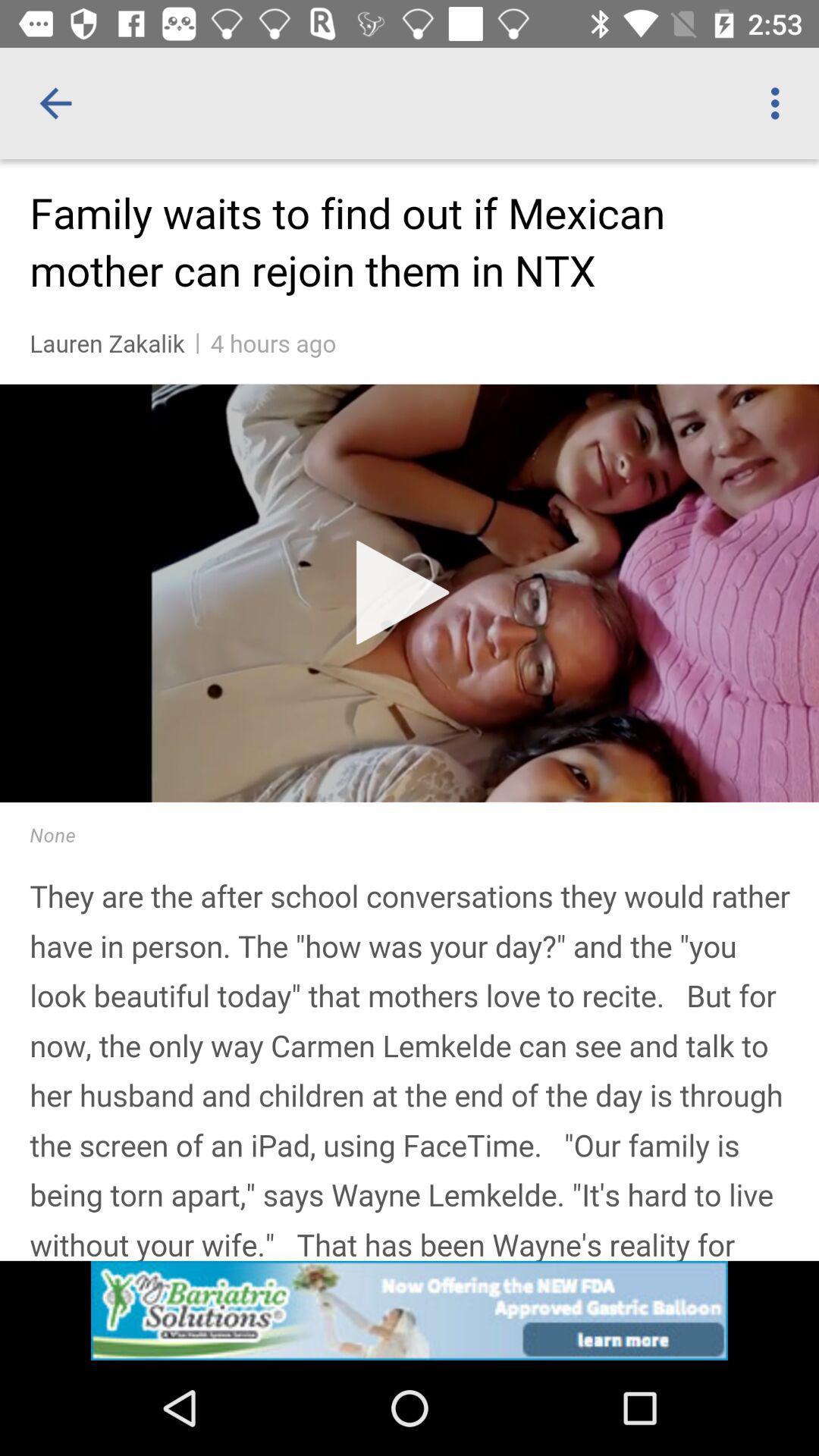 The height and width of the screenshot is (1456, 819). Describe the element at coordinates (409, 1310) in the screenshot. I see `install the app` at that location.